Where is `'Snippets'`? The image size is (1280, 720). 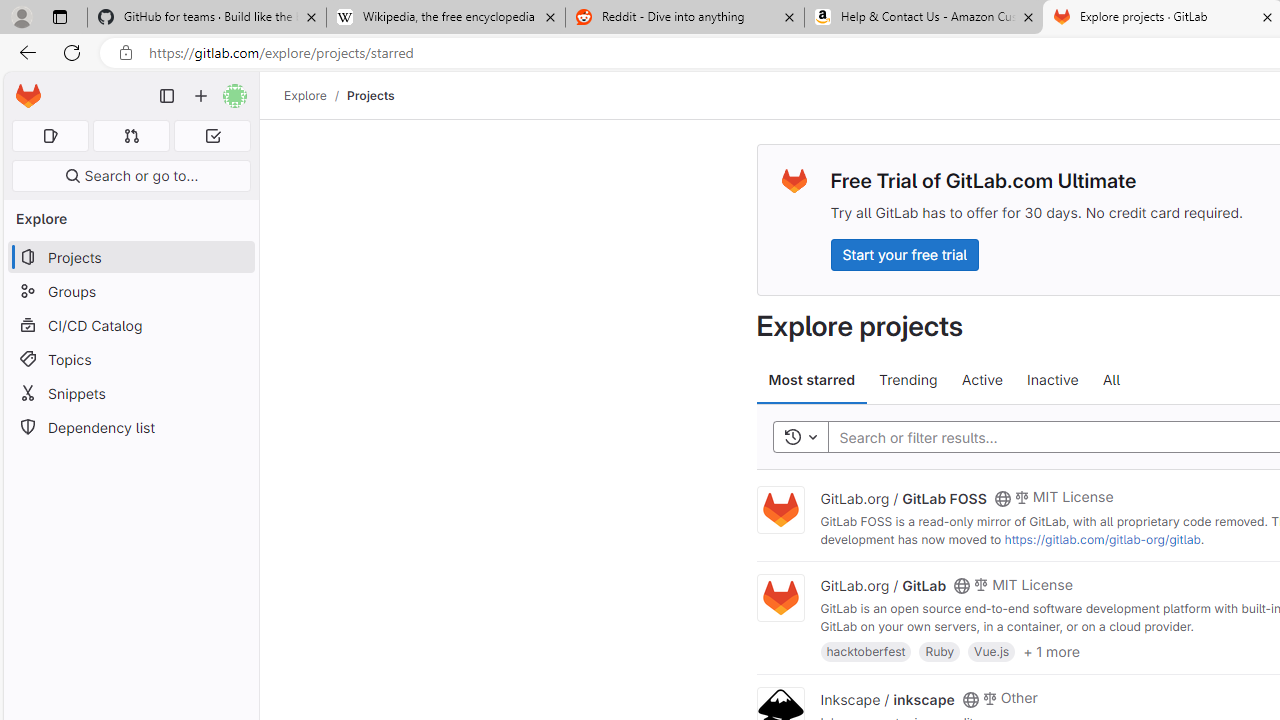 'Snippets' is located at coordinates (130, 393).